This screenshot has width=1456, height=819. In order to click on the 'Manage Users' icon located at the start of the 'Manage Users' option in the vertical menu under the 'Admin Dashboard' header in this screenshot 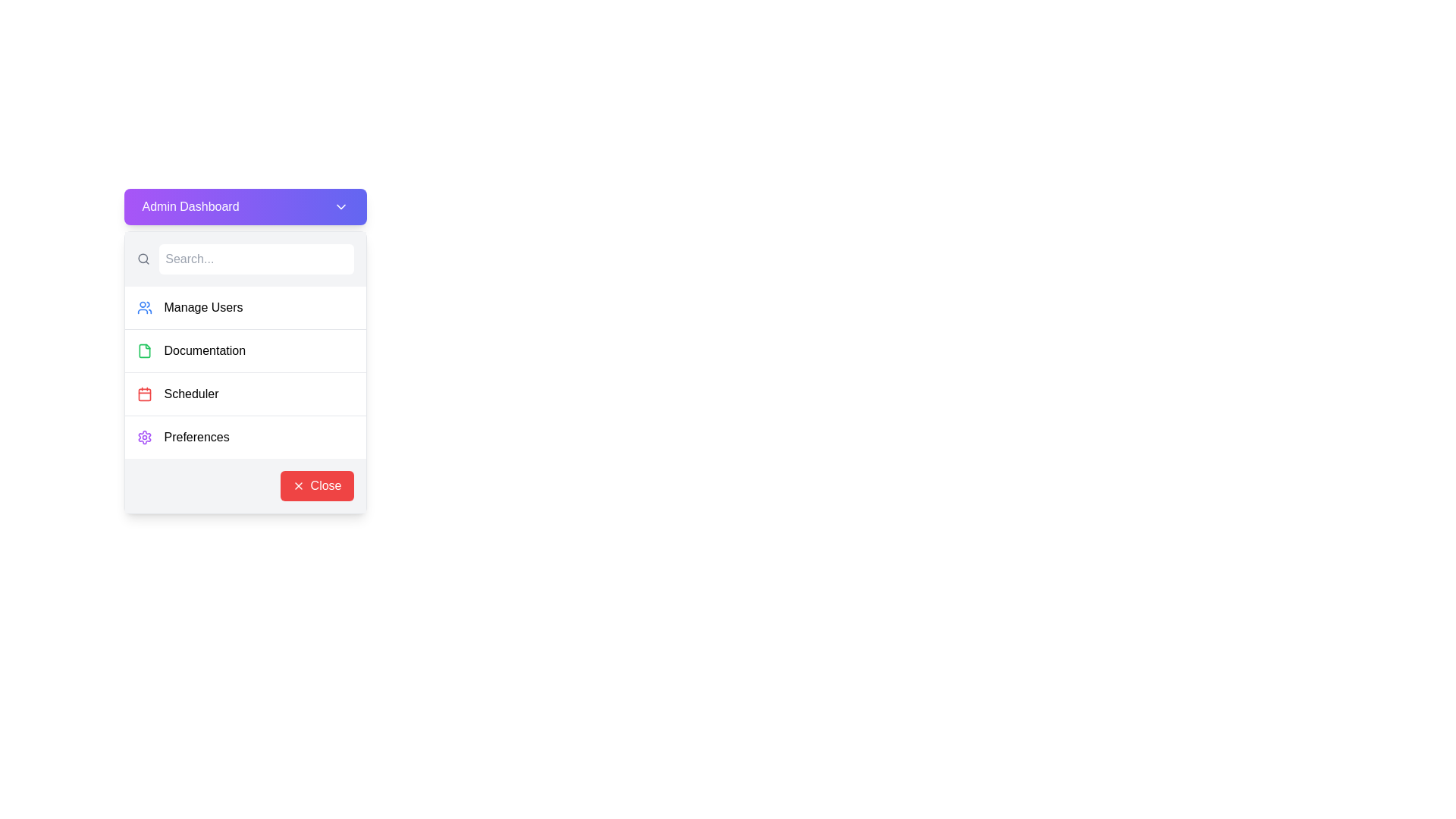, I will do `click(144, 307)`.